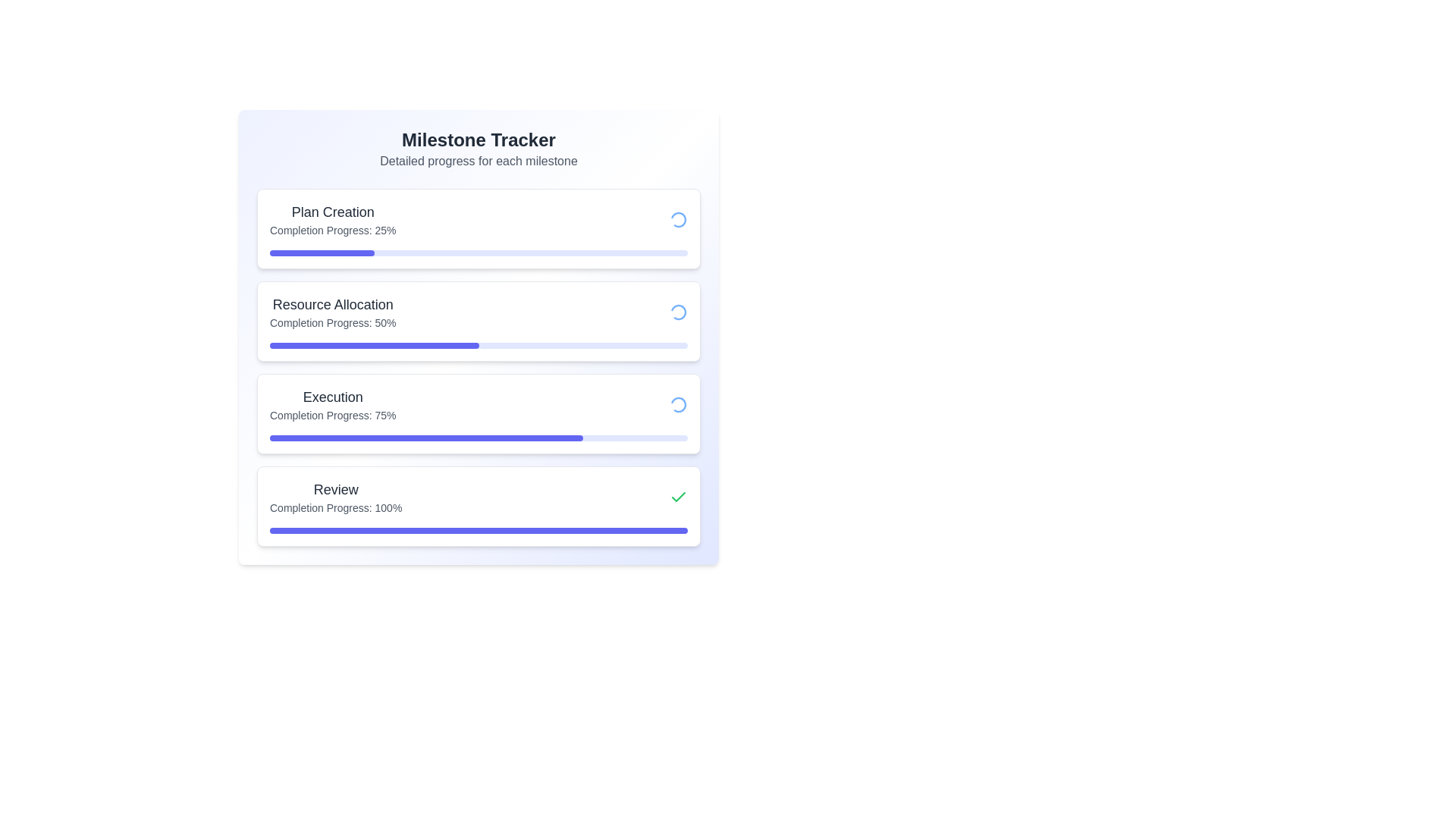 Image resolution: width=1456 pixels, height=819 pixels. I want to click on the horizontal progress bar styled with a thin, rounded appearance, located below the text 'Completion Progress: 100%' in the 'Review' milestone section, so click(478, 529).